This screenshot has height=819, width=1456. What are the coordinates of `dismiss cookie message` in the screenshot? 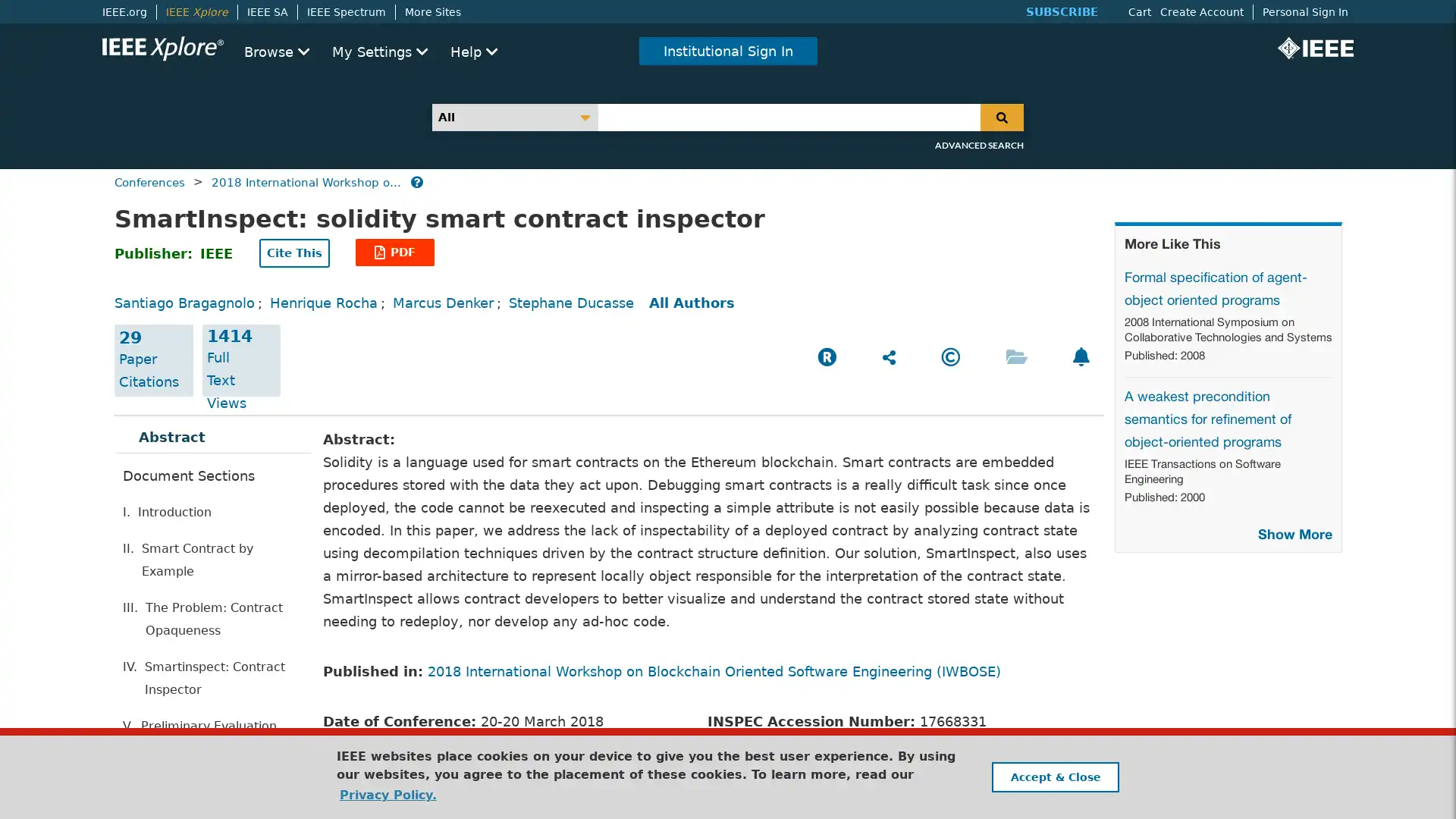 It's located at (1054, 777).